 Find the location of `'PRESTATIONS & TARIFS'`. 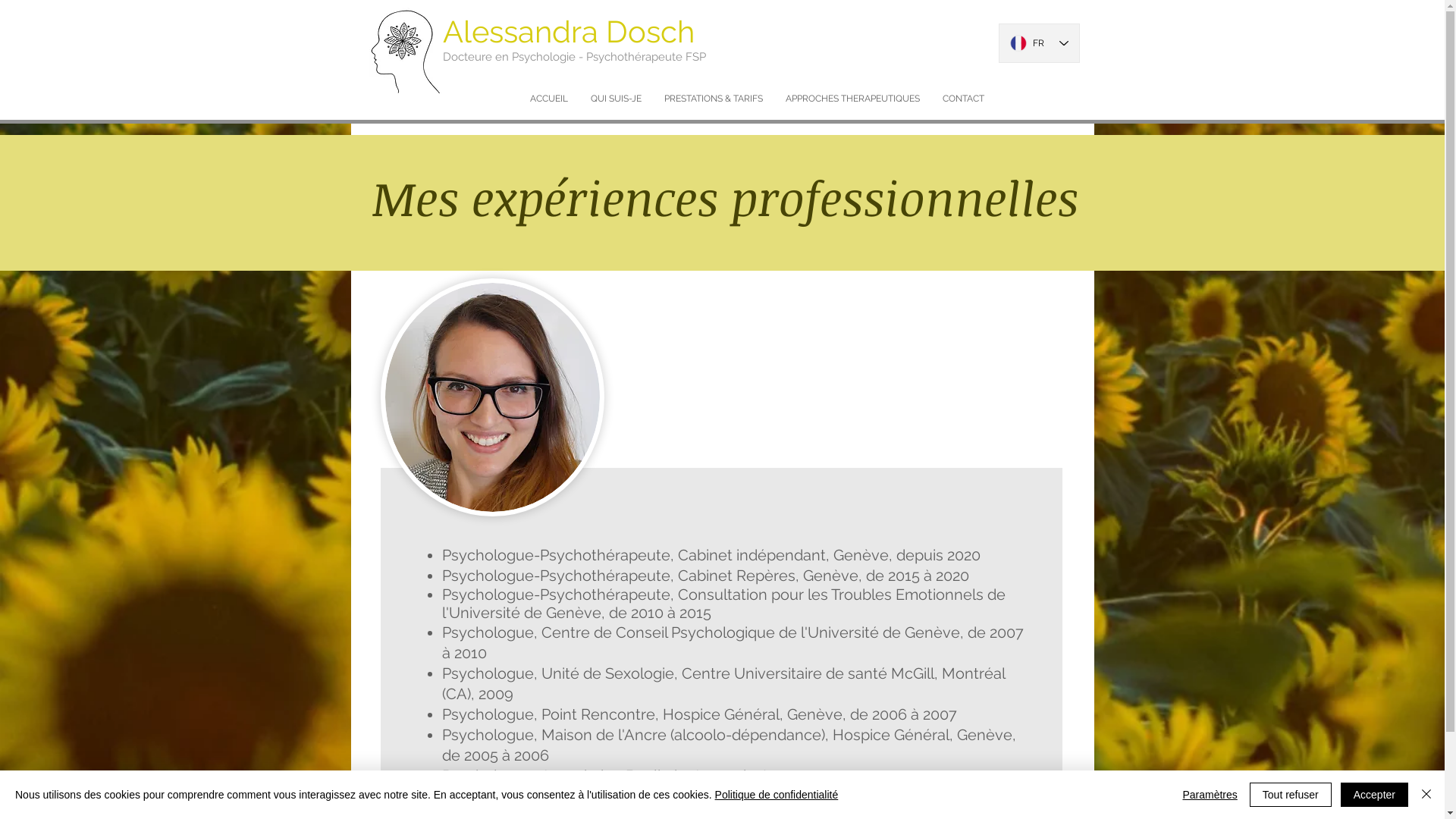

'PRESTATIONS & TARIFS' is located at coordinates (712, 99).